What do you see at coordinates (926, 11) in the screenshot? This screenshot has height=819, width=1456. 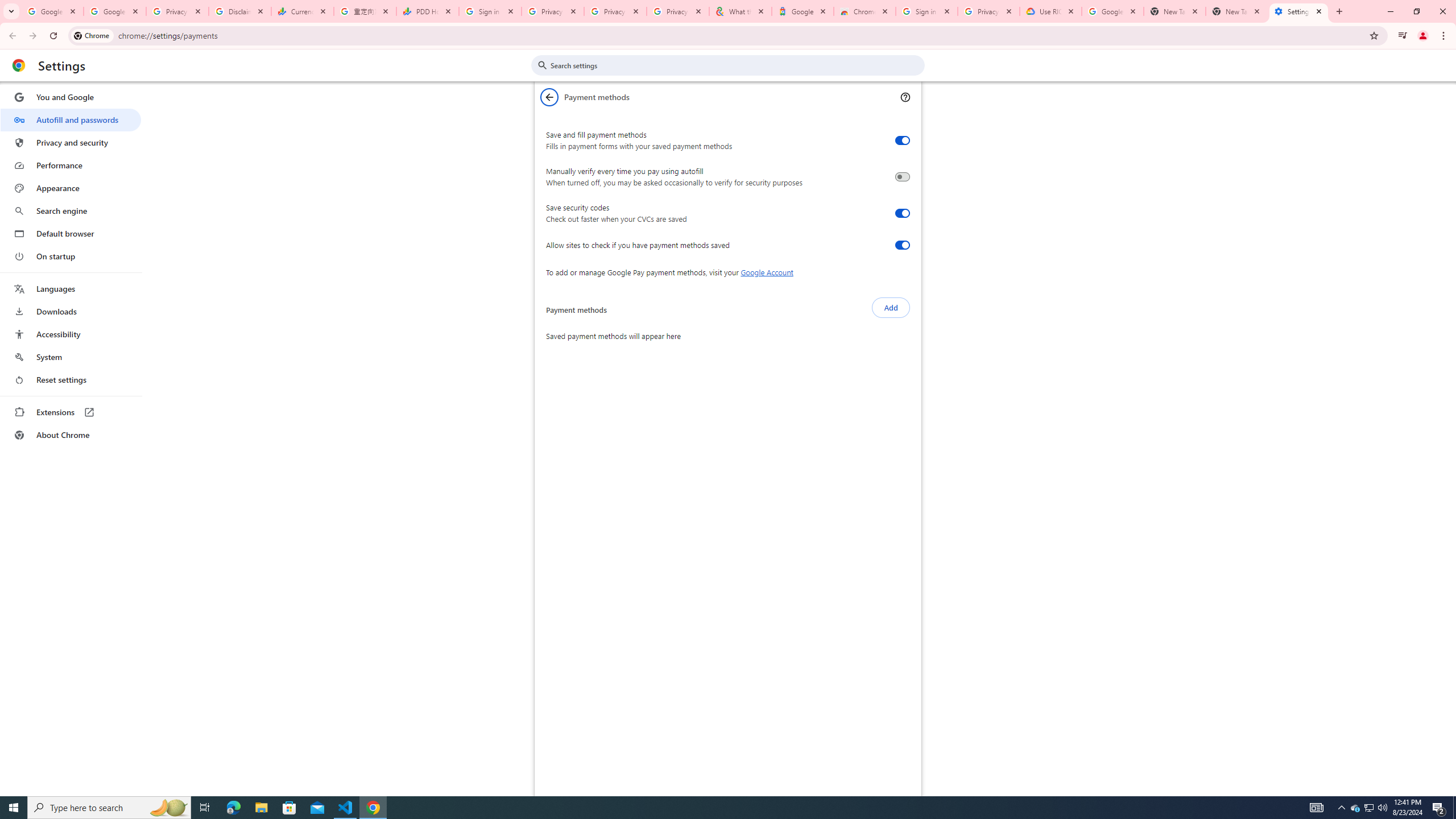 I see `'Sign in - Google Accounts'` at bounding box center [926, 11].